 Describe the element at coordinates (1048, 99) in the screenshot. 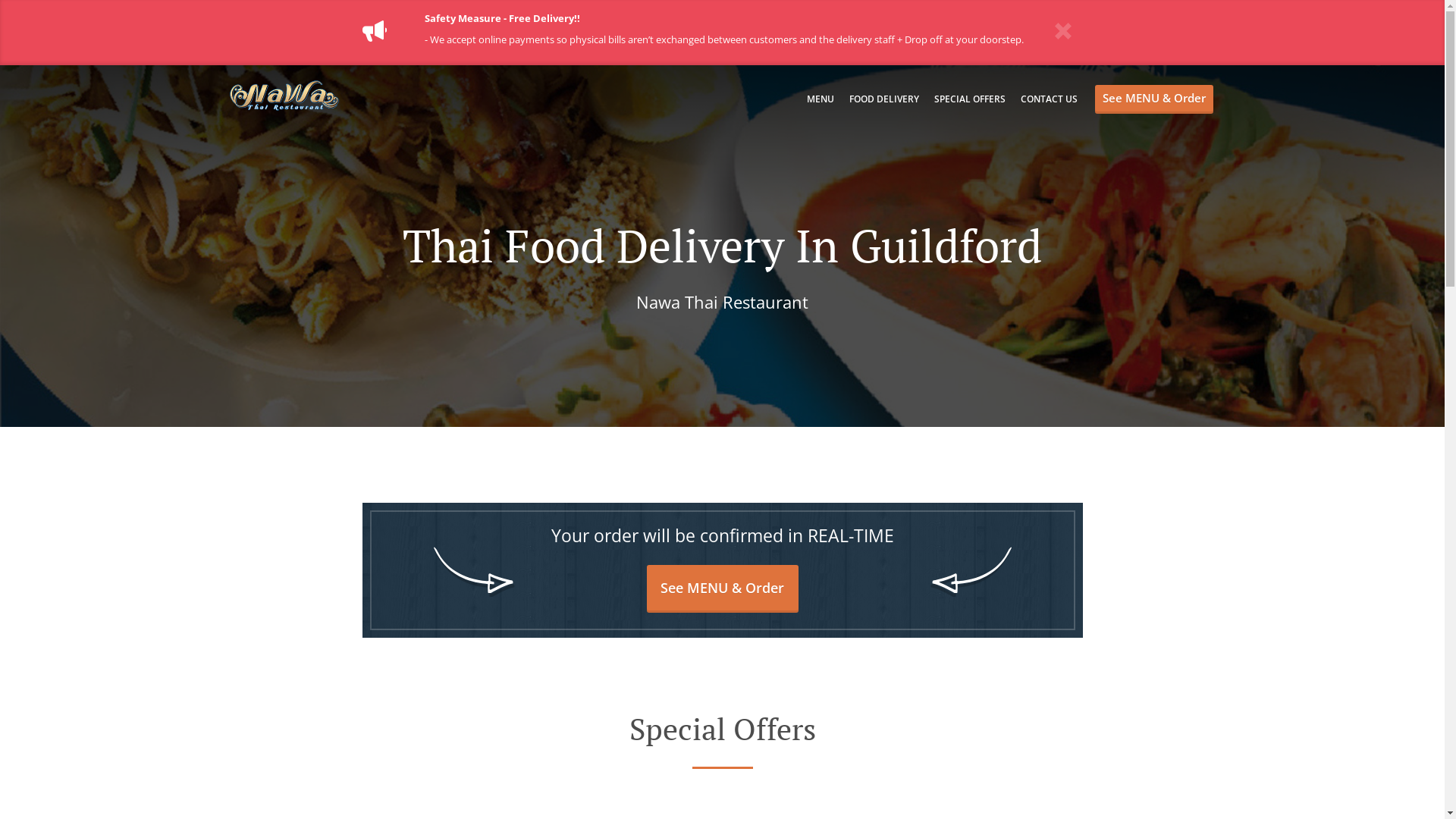

I see `'CONTACT US'` at that location.